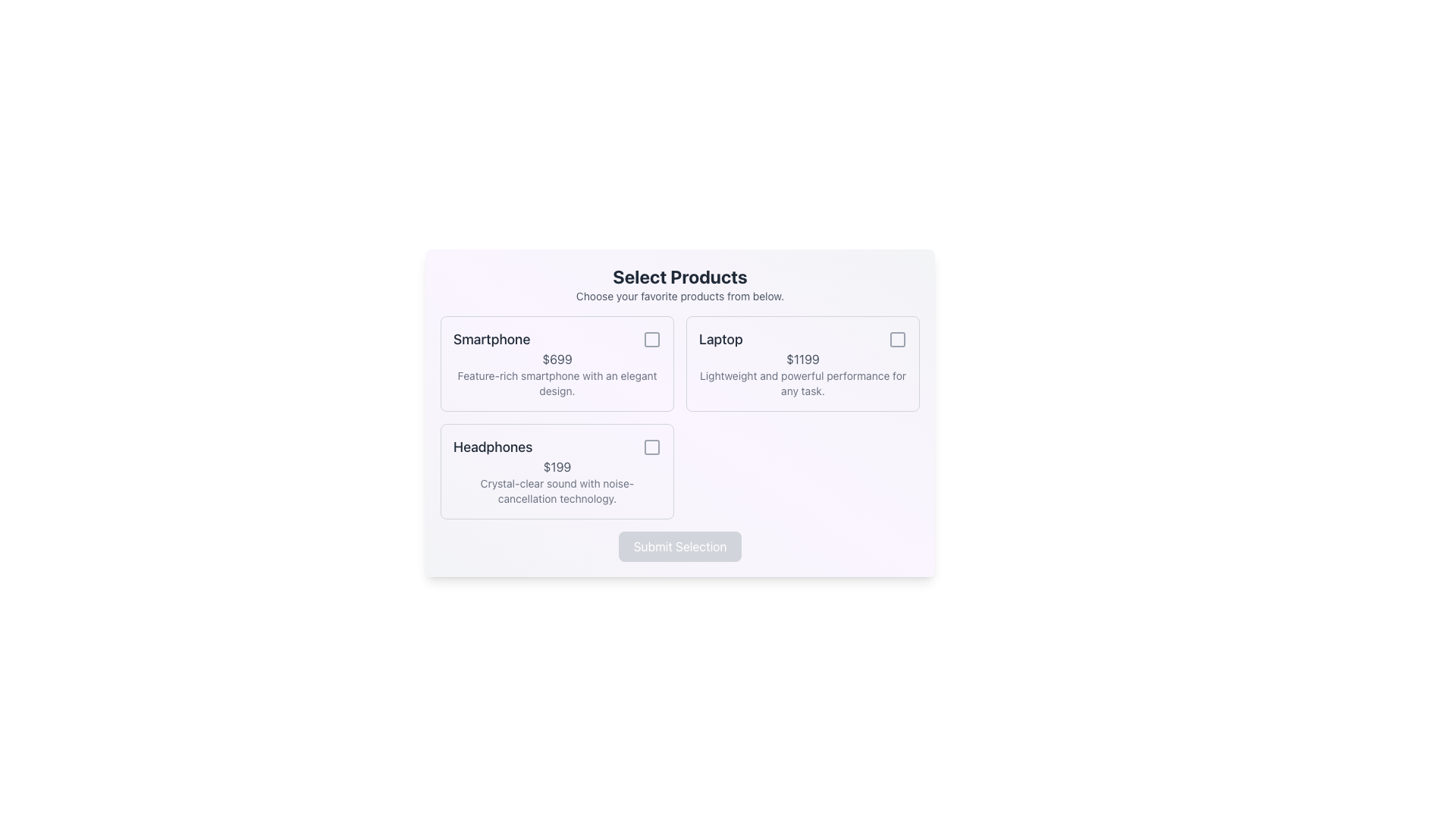 This screenshot has height=819, width=1456. Describe the element at coordinates (651, 447) in the screenshot. I see `the checkbox located in the right section of the 'Headphones' product listing row, immediately following the text '$199'` at that location.